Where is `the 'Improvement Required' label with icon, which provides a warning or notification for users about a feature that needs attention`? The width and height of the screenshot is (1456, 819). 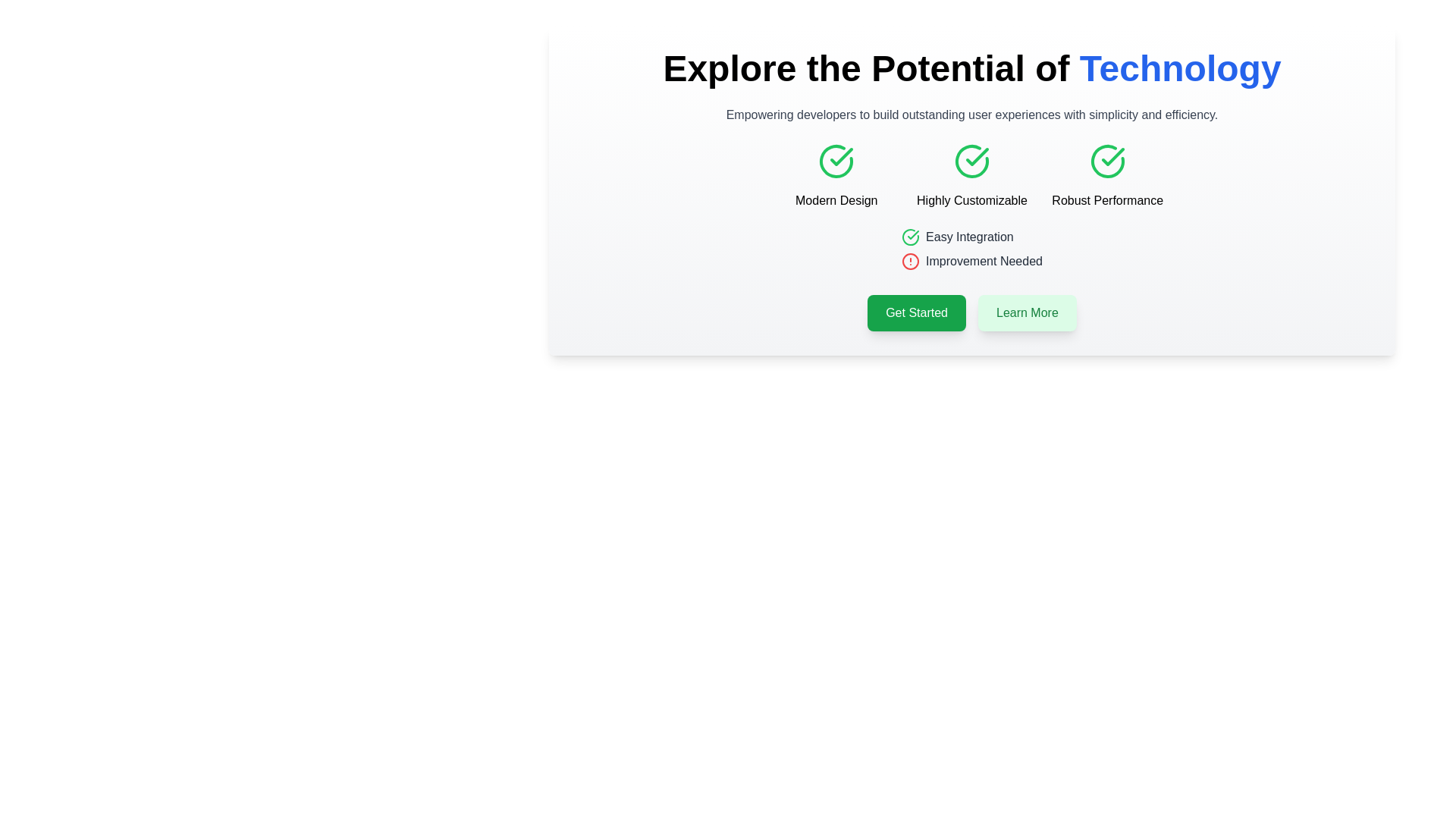
the 'Improvement Required' label with icon, which provides a warning or notification for users about a feature that needs attention is located at coordinates (971, 260).